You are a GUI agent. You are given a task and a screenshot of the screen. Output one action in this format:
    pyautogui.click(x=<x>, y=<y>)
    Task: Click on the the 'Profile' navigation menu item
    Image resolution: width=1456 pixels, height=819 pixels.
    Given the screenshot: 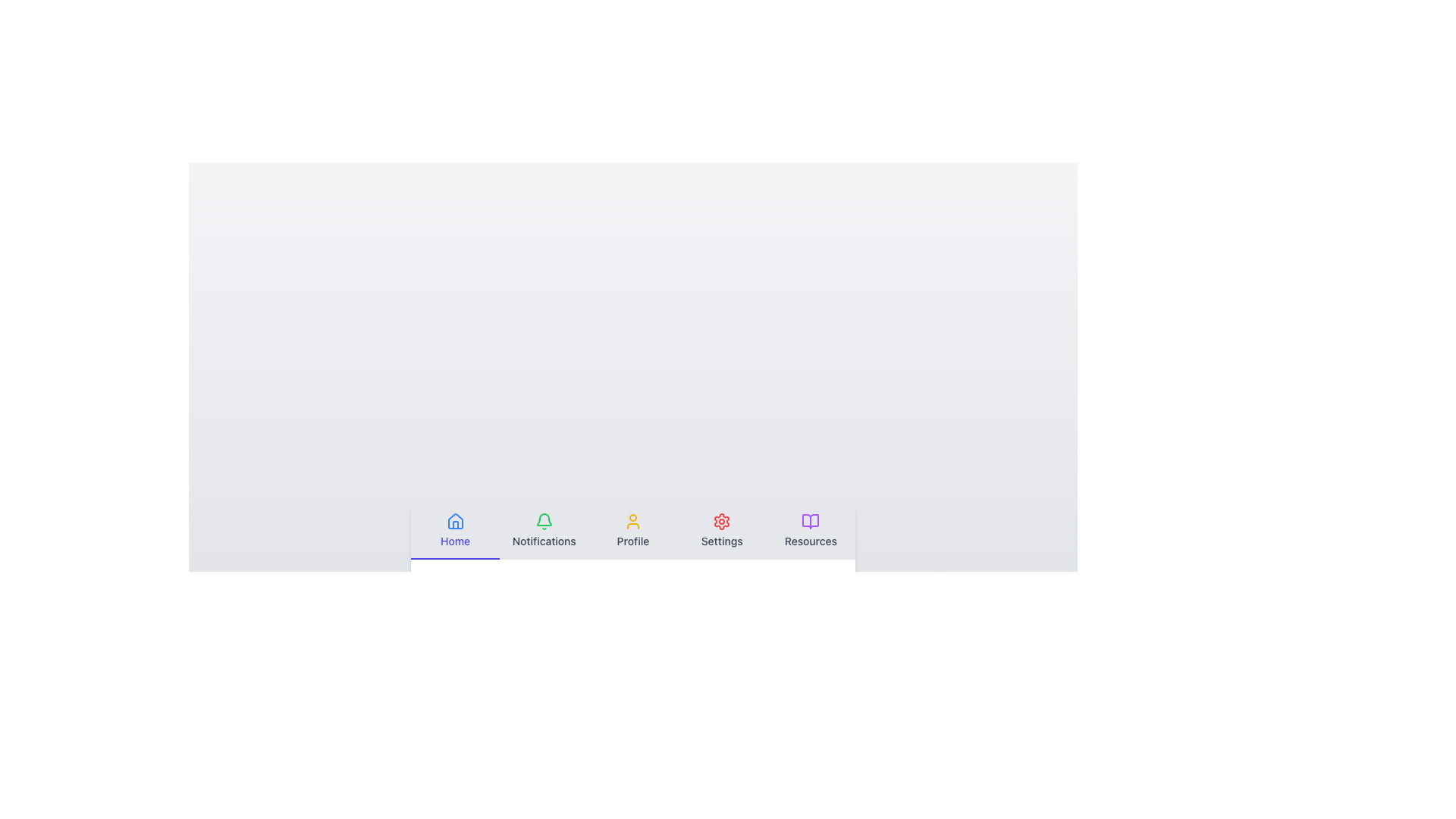 What is the action you would take?
    pyautogui.click(x=633, y=531)
    